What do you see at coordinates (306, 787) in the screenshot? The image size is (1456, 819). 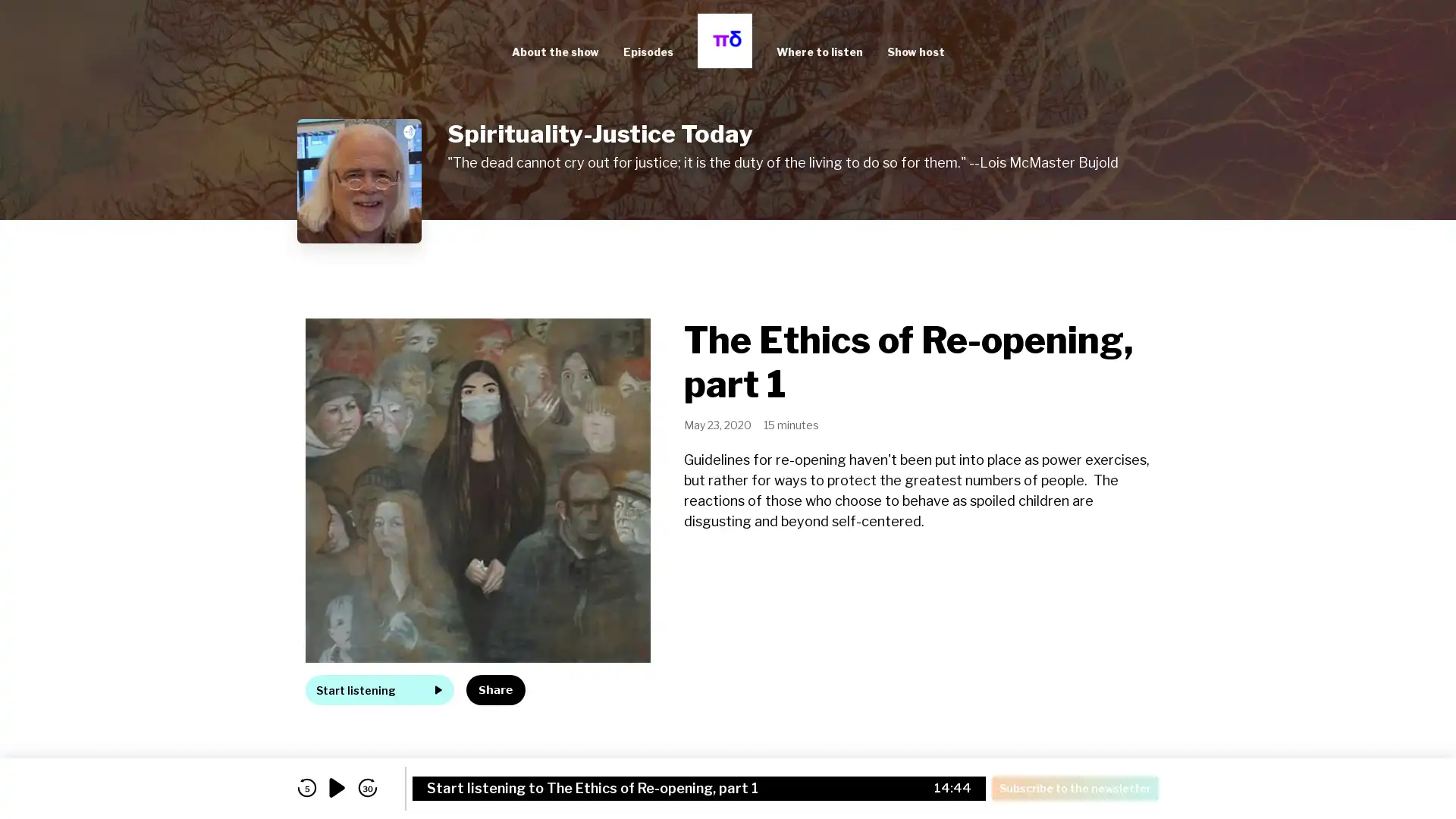 I see `skip back 5 seconds` at bounding box center [306, 787].